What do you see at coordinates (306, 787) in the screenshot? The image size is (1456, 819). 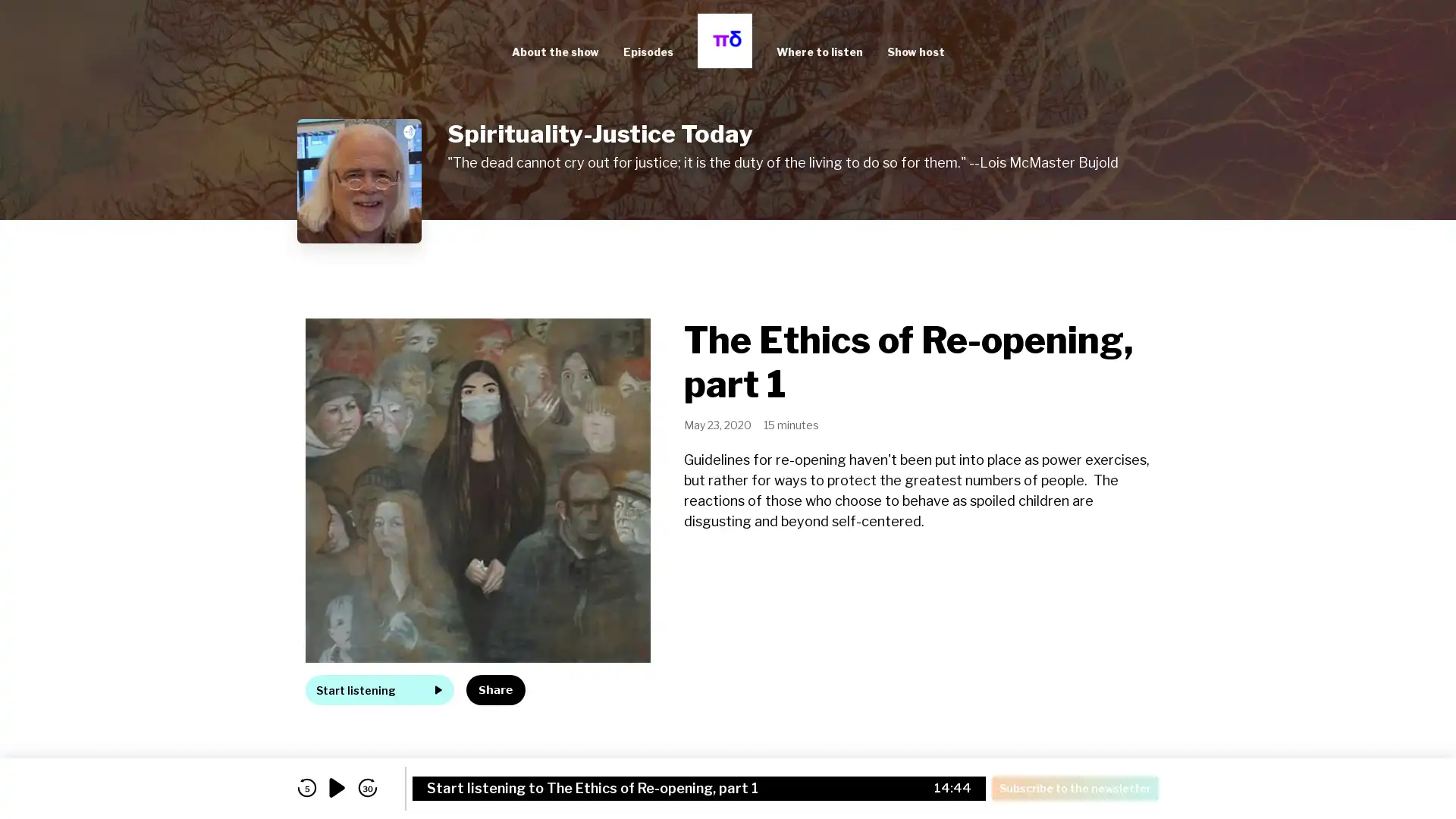 I see `skip back 5 seconds` at bounding box center [306, 787].